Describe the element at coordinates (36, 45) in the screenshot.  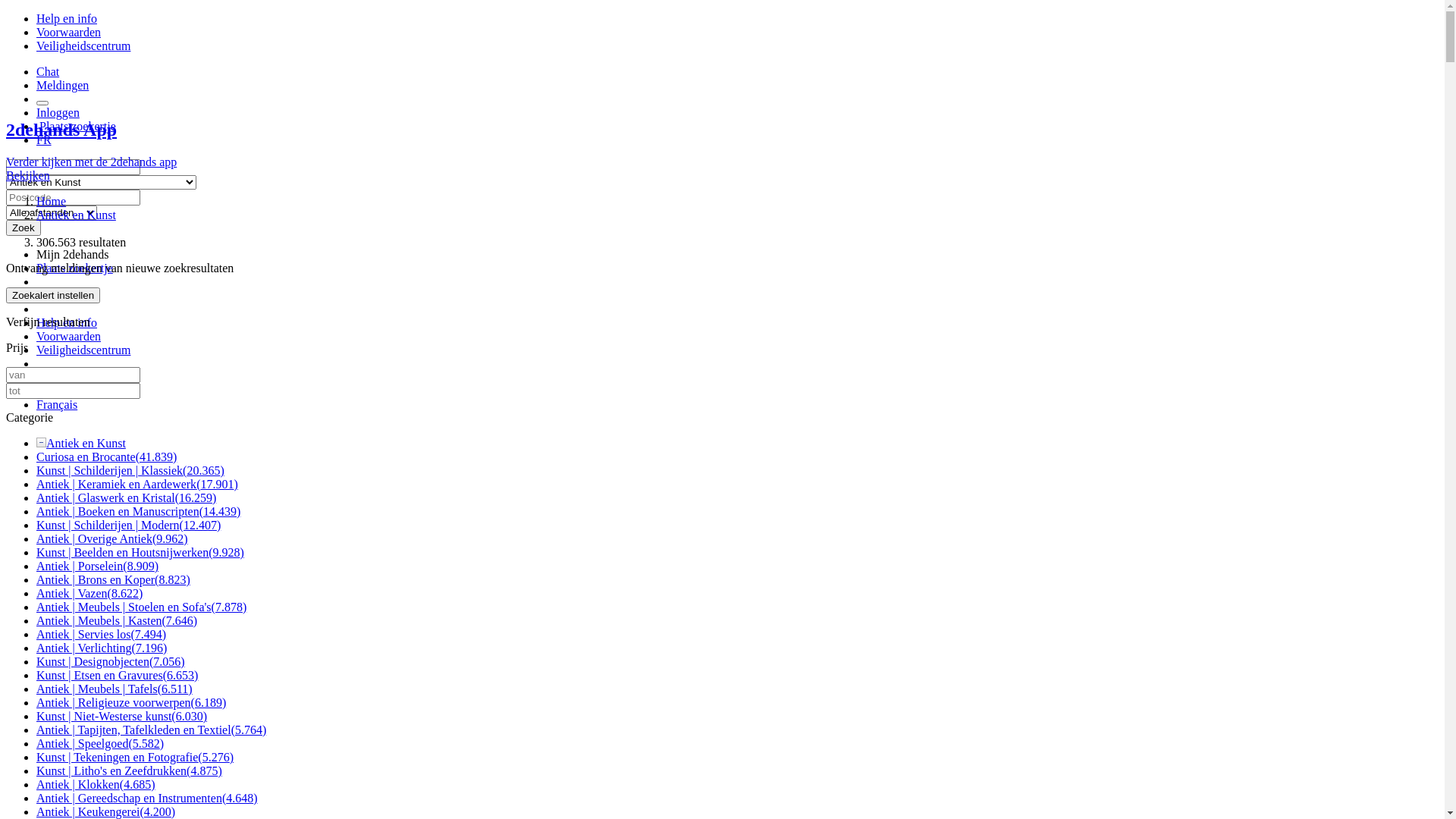
I see `'Veiligheidscentrum'` at that location.